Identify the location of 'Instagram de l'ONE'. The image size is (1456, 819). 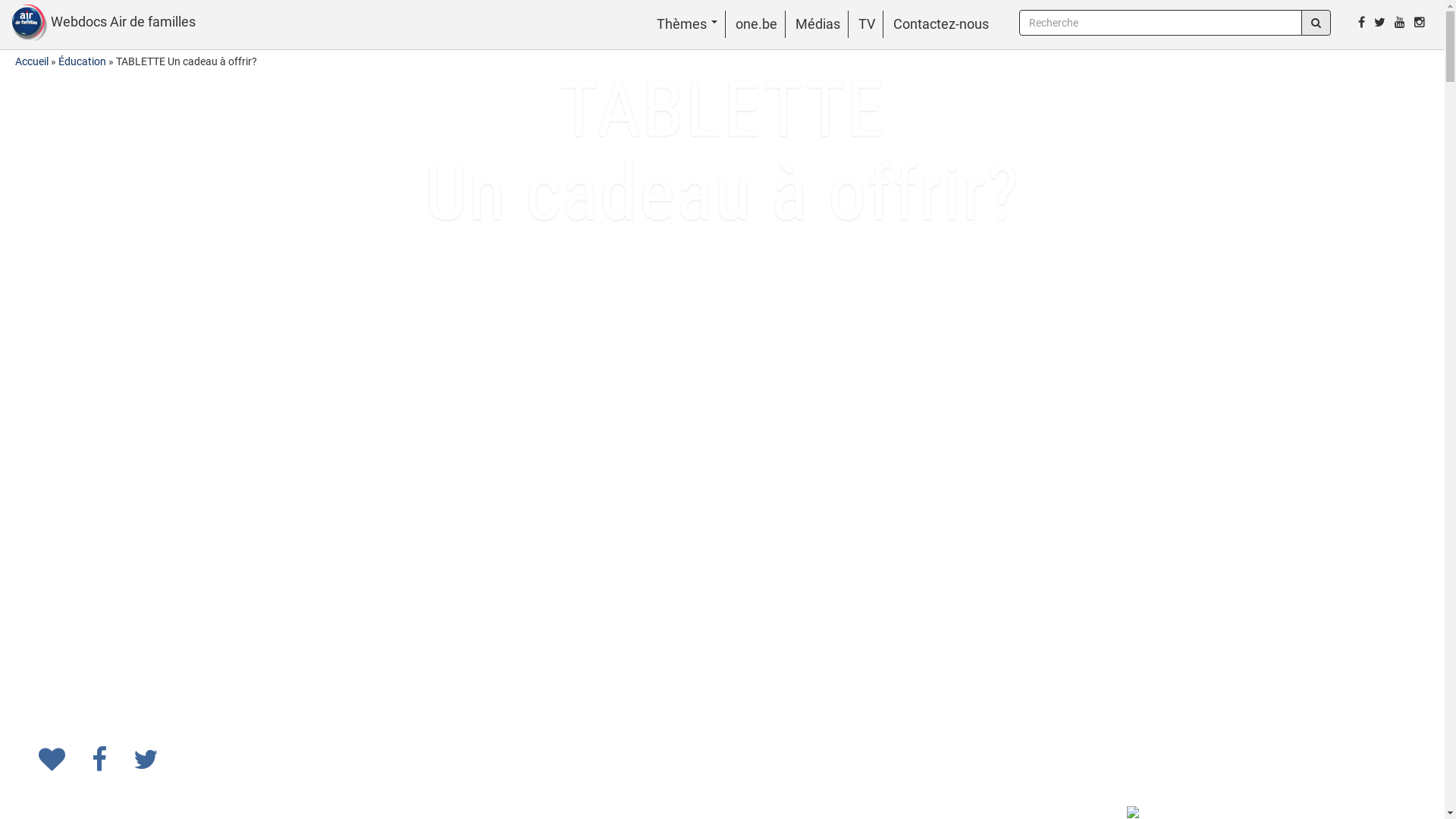
(1419, 22).